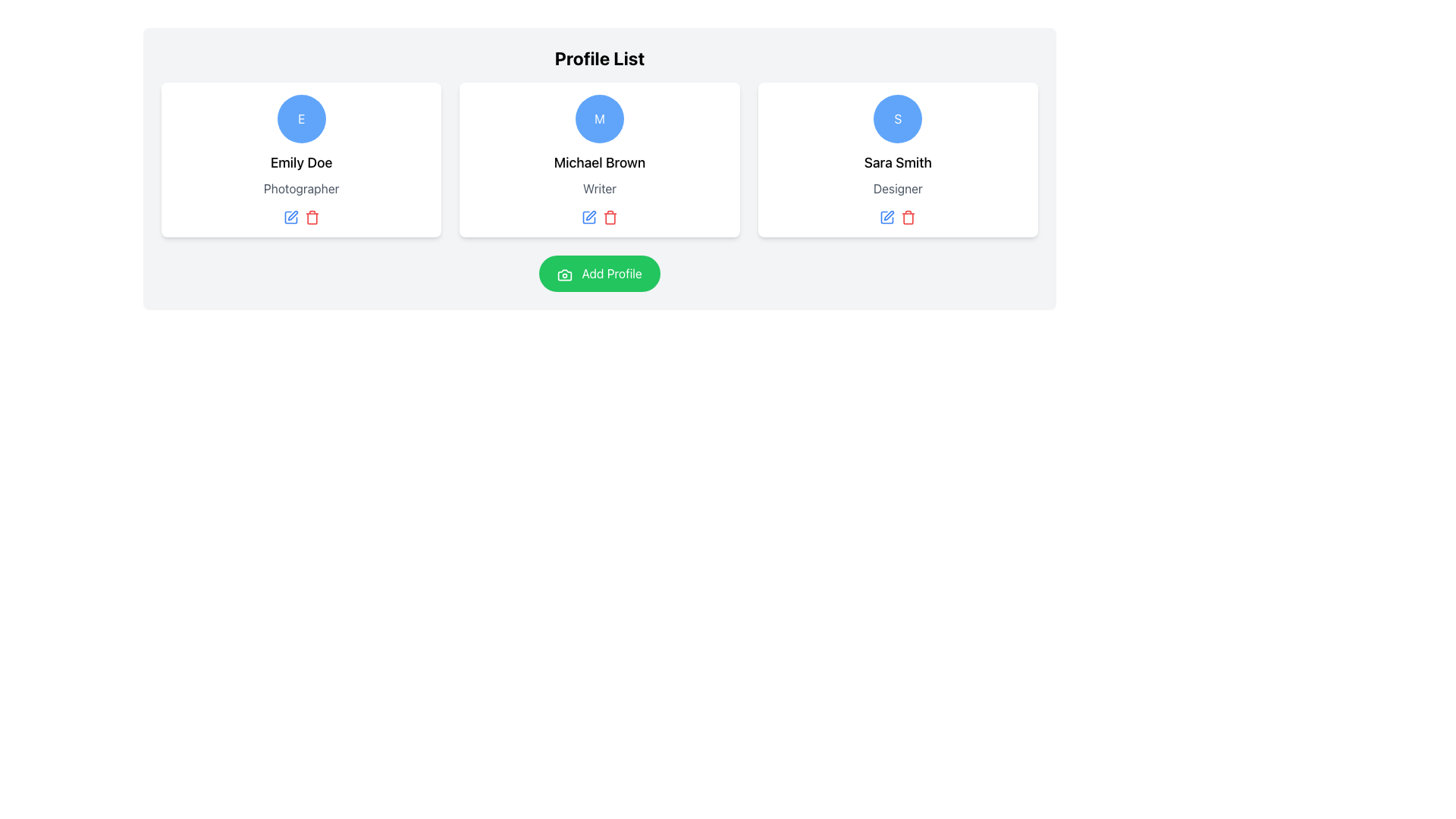 The image size is (1456, 819). I want to click on the camera icon for adding a profile, which is located to the left of the 'Add Profile' text within the button at the bottom of the profile list section, so click(564, 275).